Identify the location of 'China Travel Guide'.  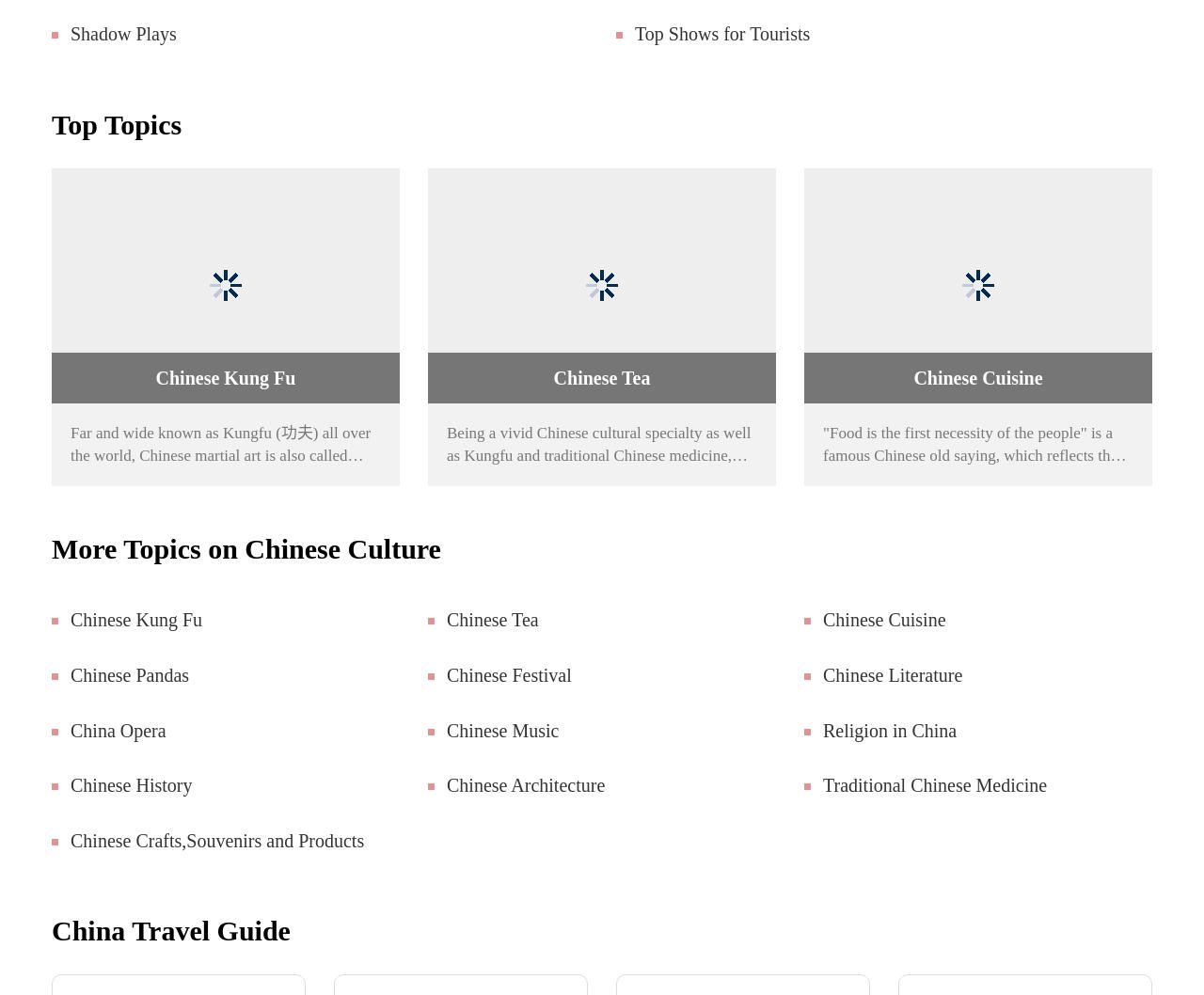
(170, 929).